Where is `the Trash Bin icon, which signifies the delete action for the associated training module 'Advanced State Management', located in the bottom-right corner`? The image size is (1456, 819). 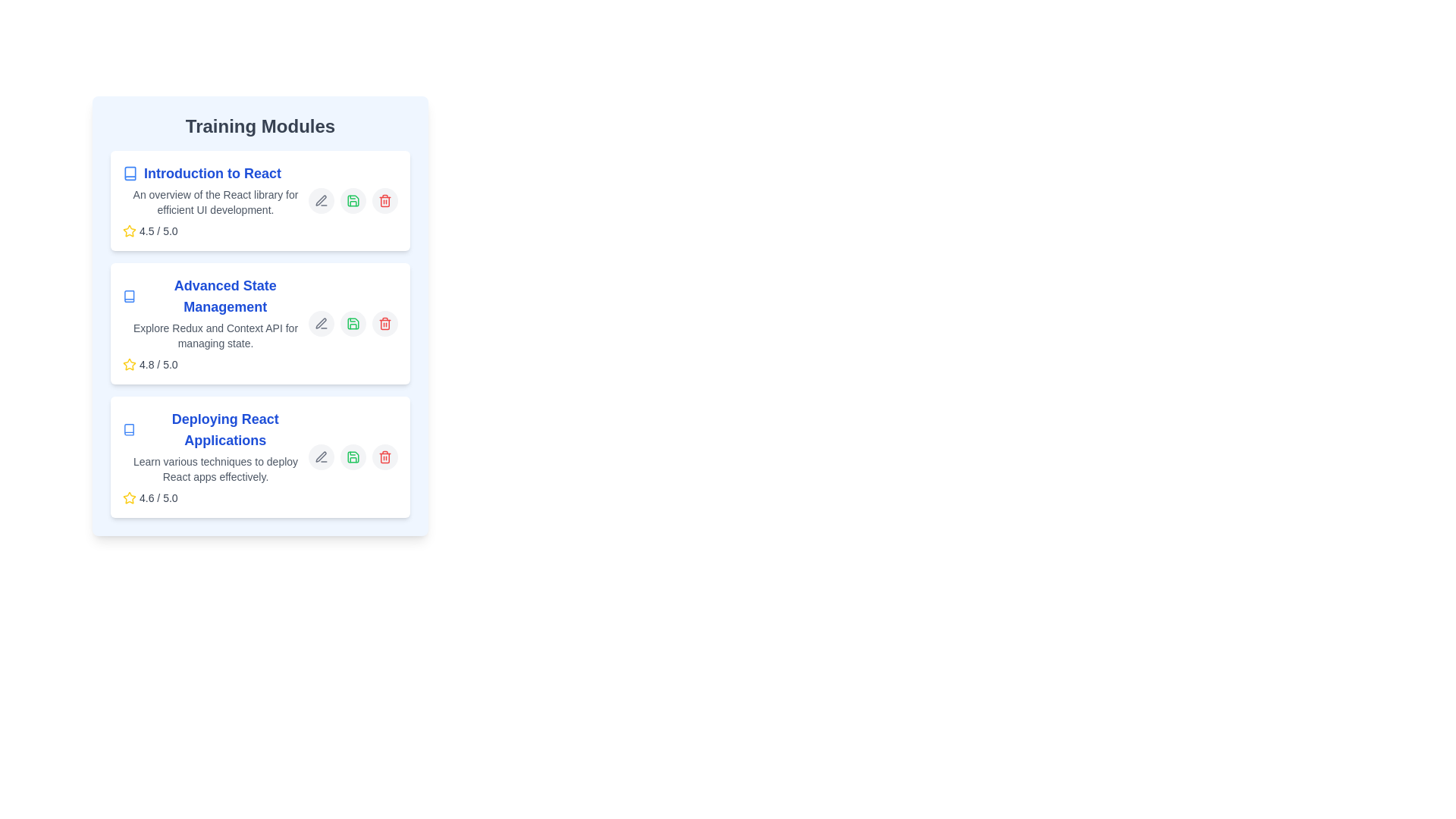
the Trash Bin icon, which signifies the delete action for the associated training module 'Advanced State Management', located in the bottom-right corner is located at coordinates (385, 323).